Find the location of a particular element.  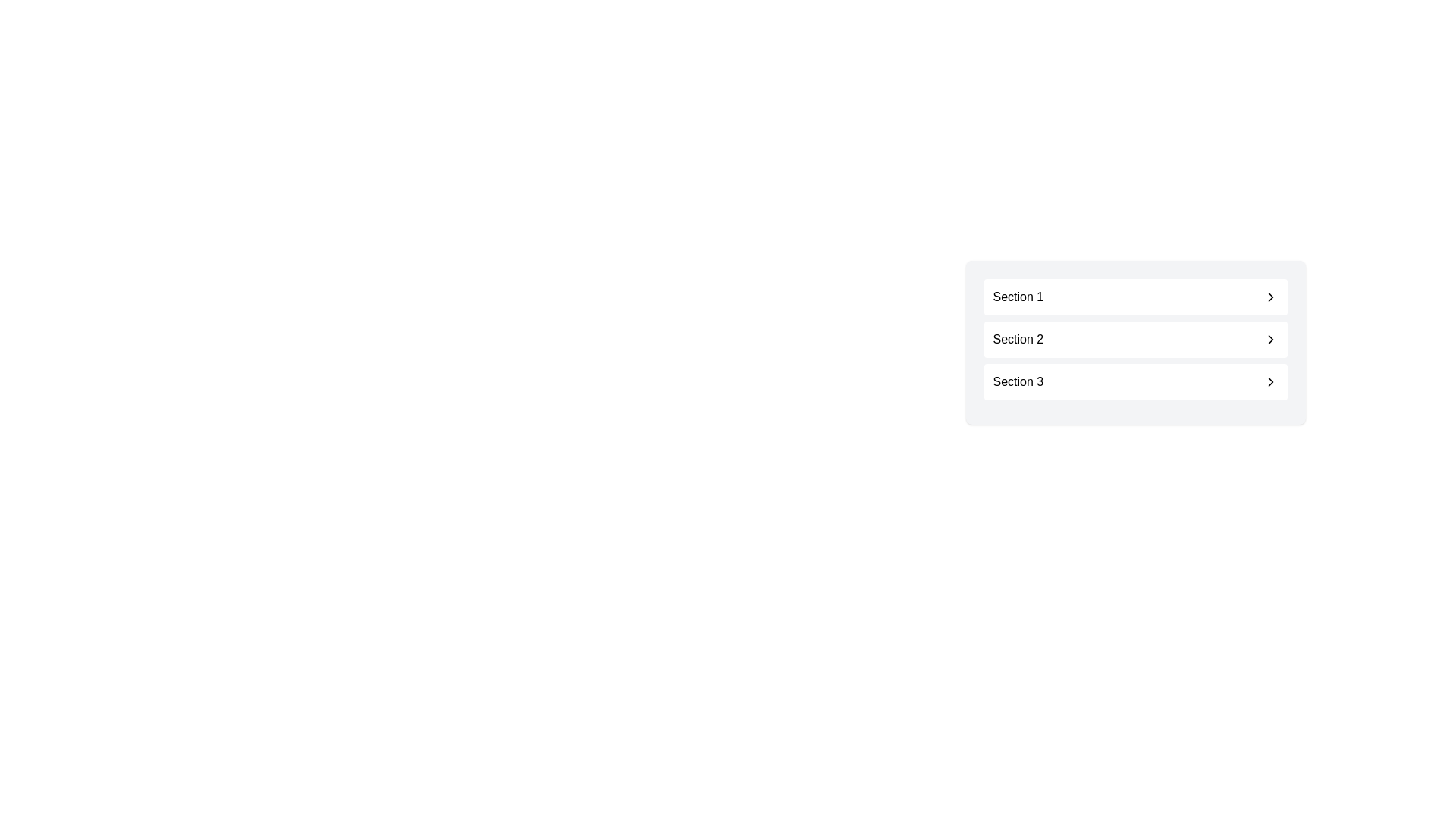

the right-pointing chevron arrow icon positioned to the right of the 'Section 1' text label is located at coordinates (1270, 297).